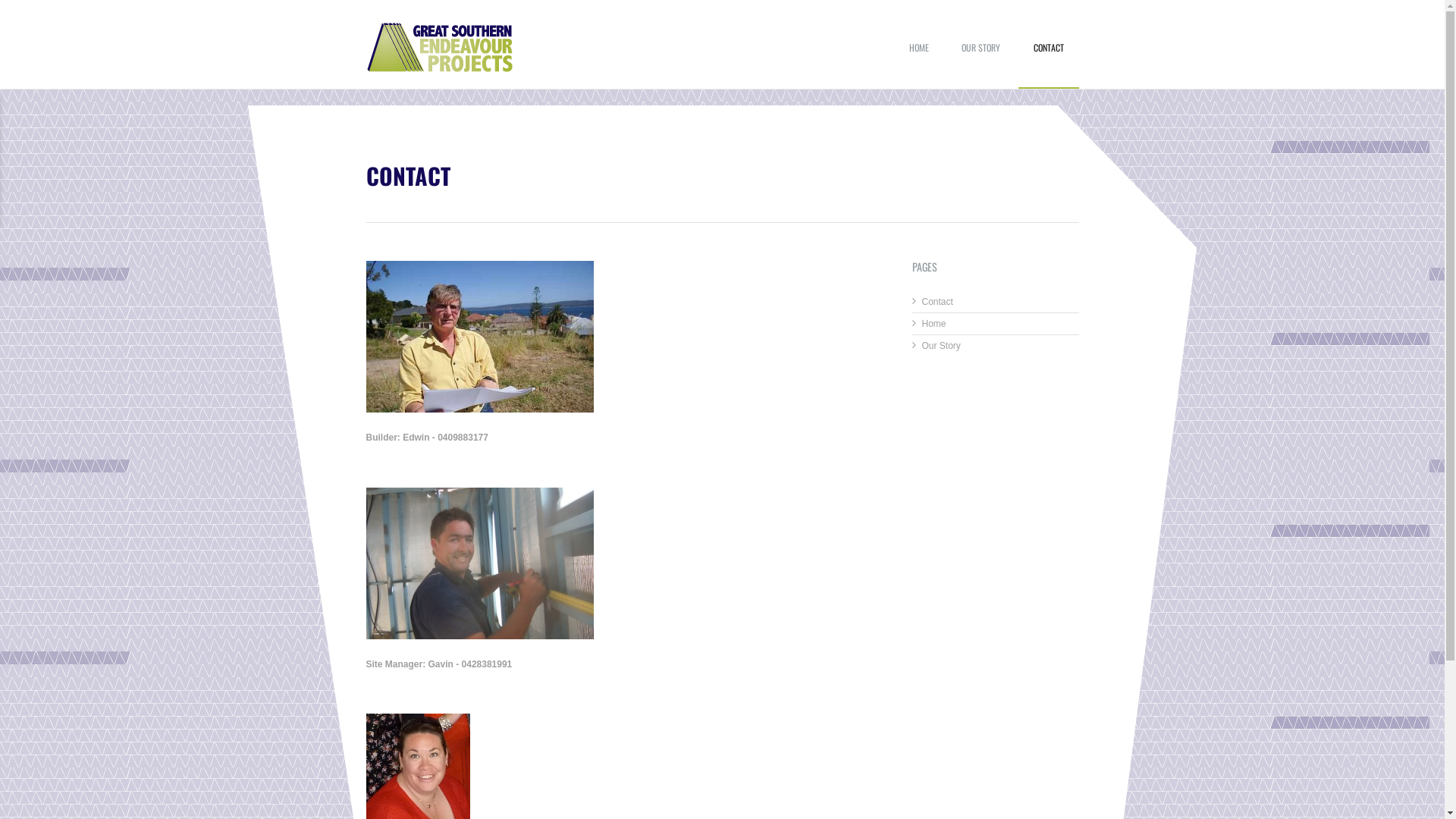  I want to click on 'Contact', so click(937, 301).